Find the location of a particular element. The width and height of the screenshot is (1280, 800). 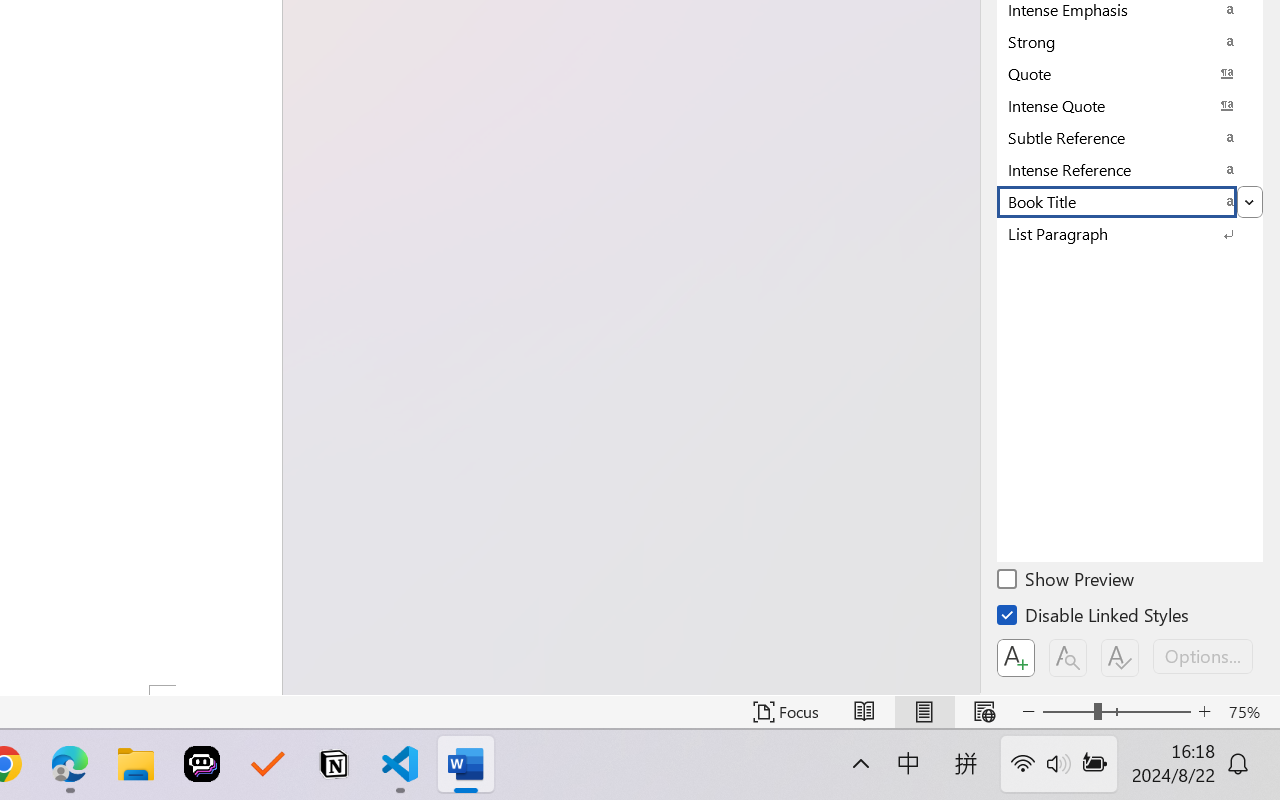

'Intense Reference' is located at coordinates (1130, 168).